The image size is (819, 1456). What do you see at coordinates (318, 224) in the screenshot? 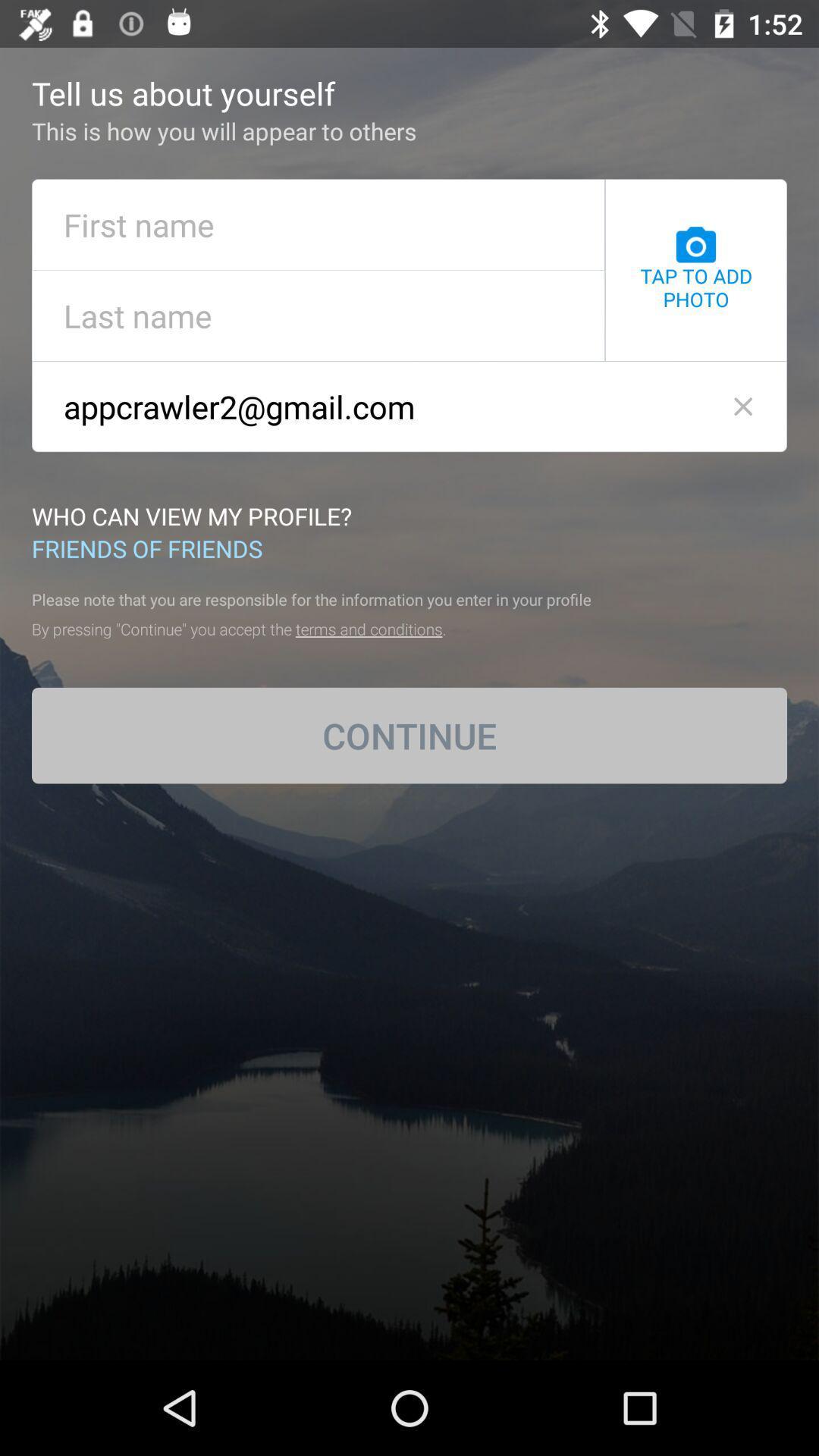
I see `put your first name` at bounding box center [318, 224].